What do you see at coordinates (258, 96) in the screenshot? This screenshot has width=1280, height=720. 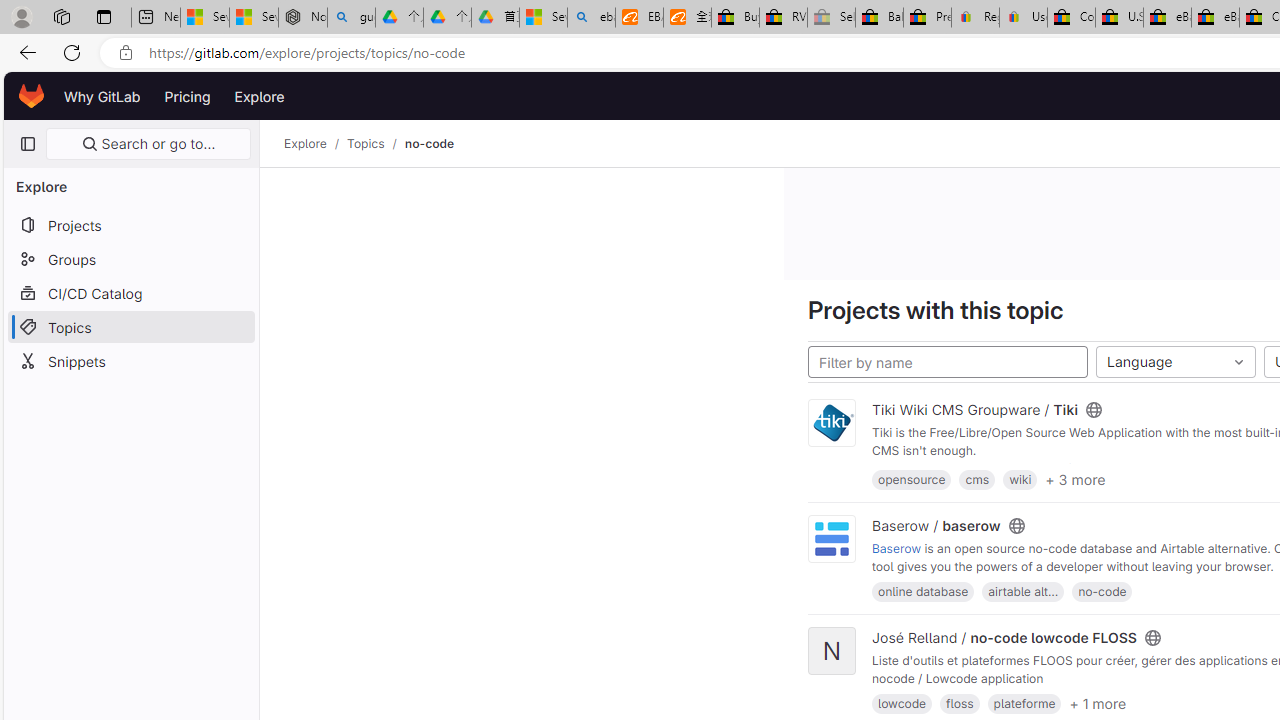 I see `'Explore'` at bounding box center [258, 96].